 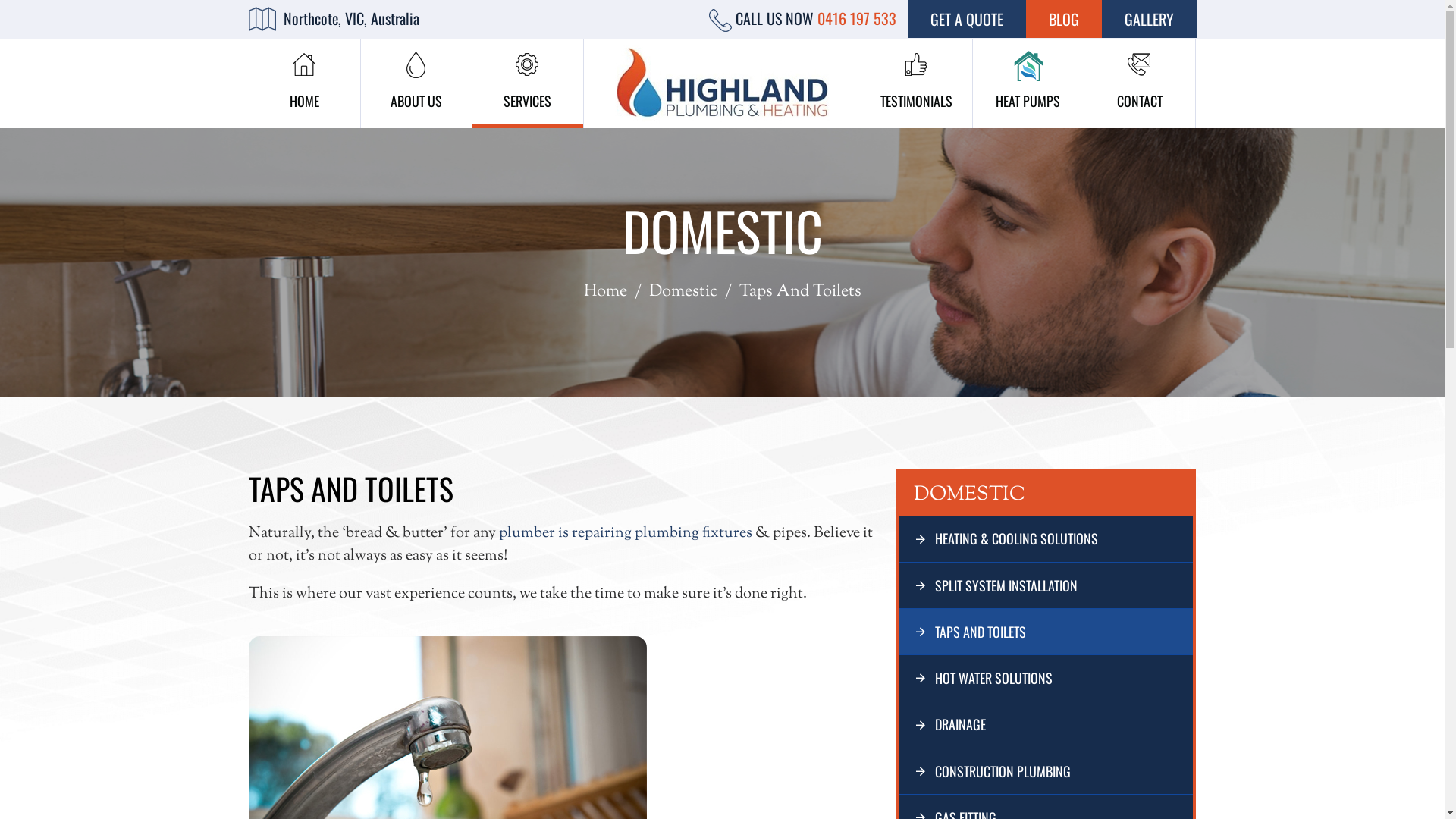 I want to click on 'ABOUT US', so click(x=416, y=83).